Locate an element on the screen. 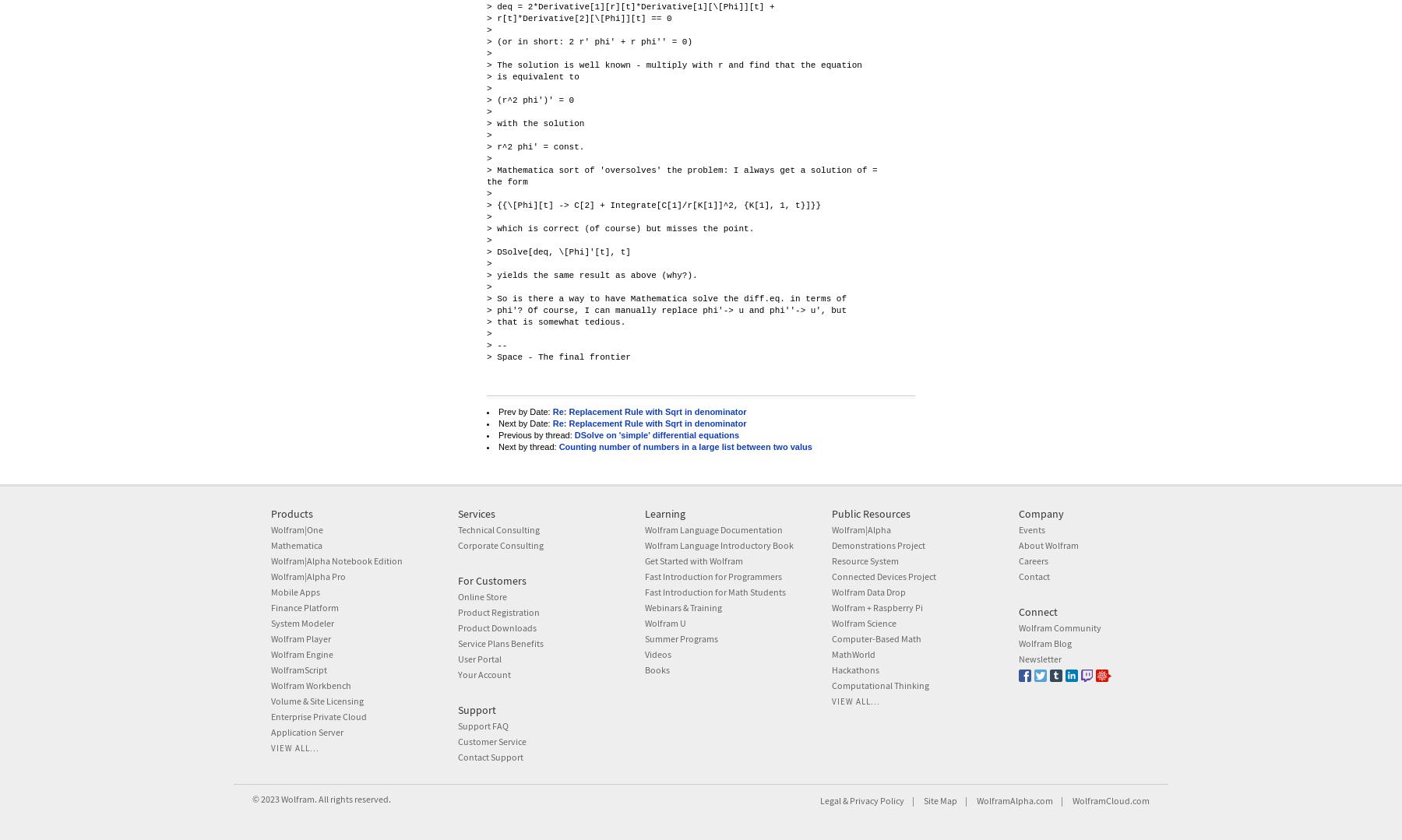  'Service Plans Benefits' is located at coordinates (500, 642).